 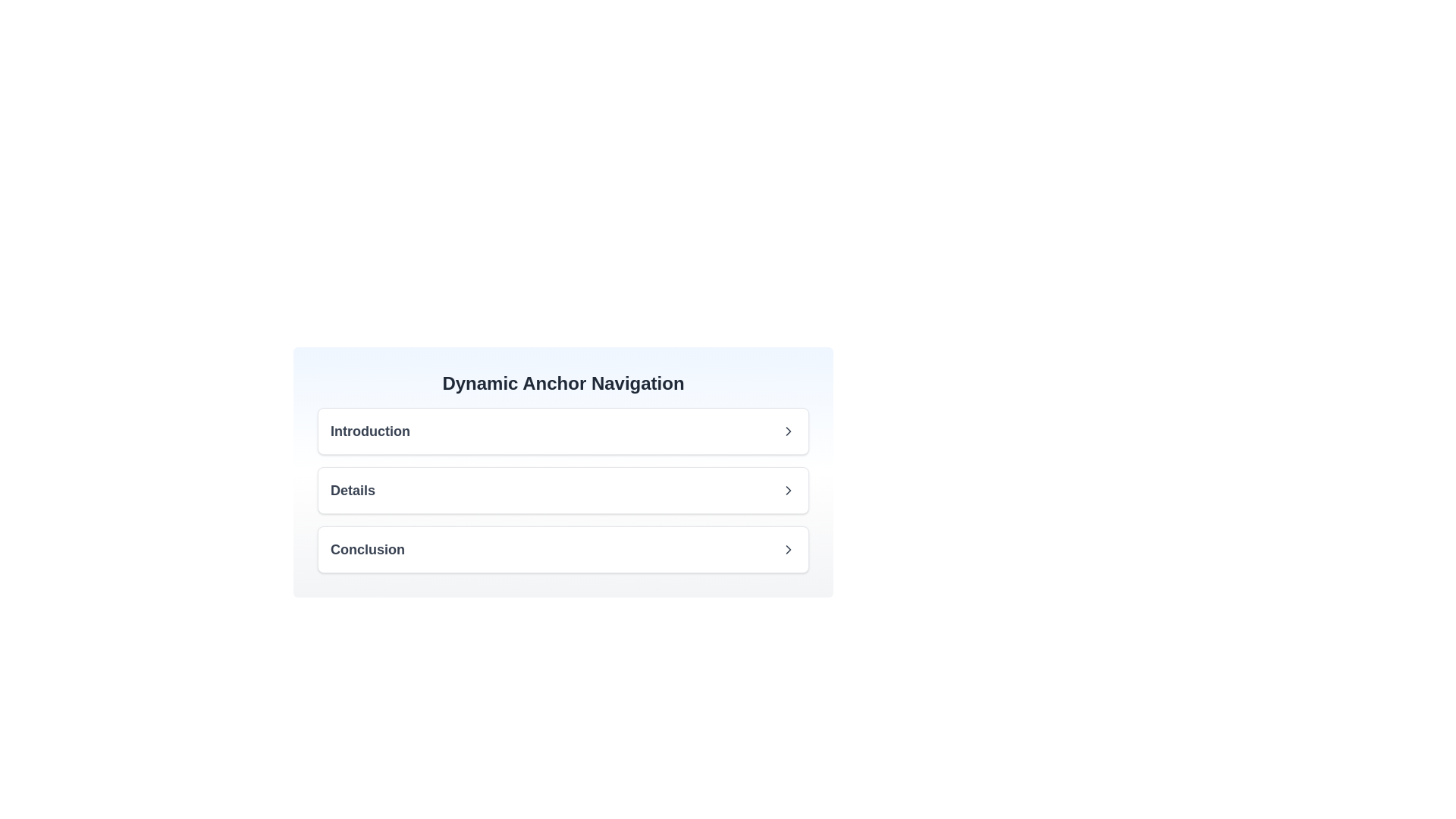 I want to click on the 'Conclusion' button in the vertically stacked navigation menu, so click(x=563, y=550).